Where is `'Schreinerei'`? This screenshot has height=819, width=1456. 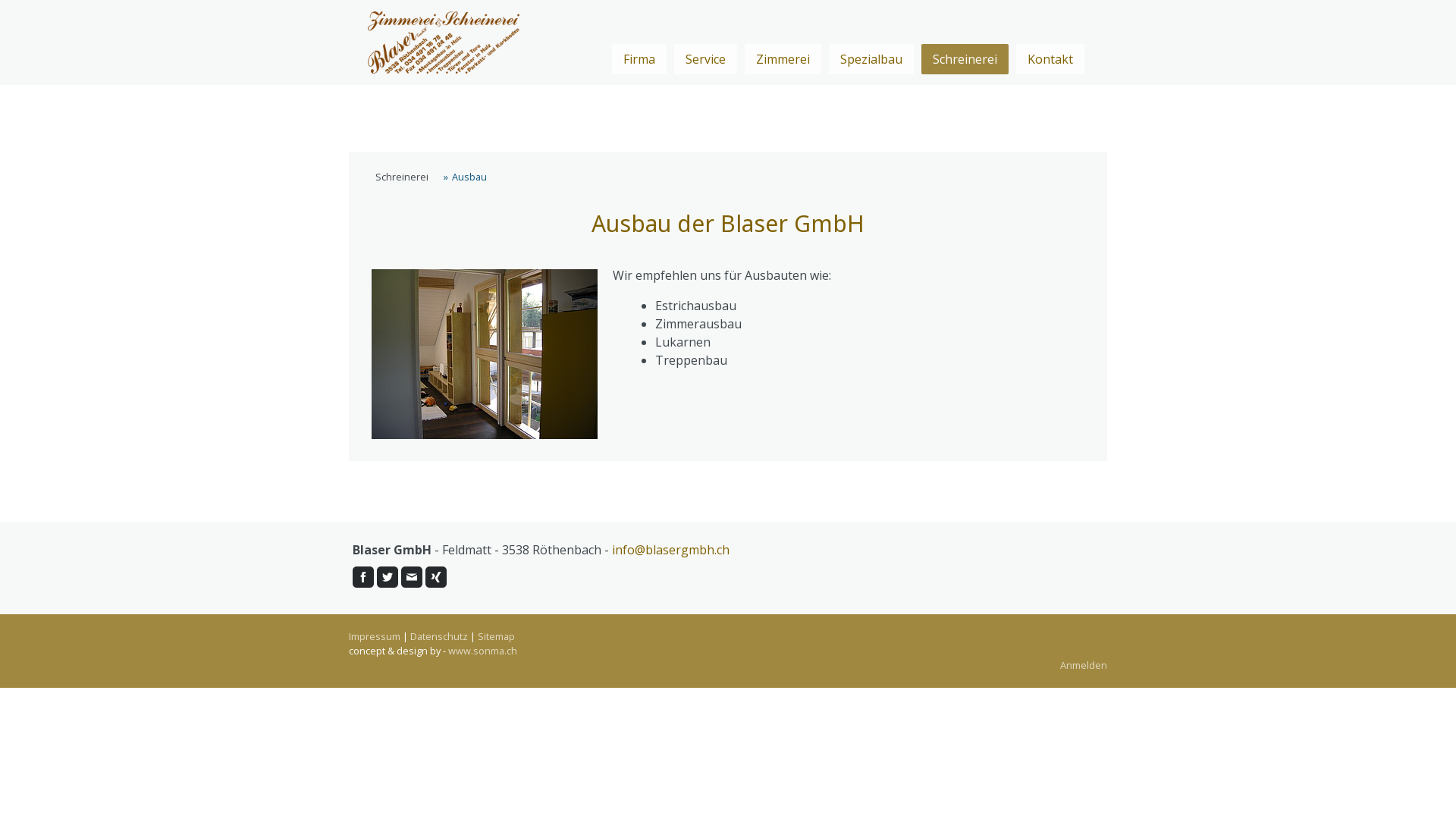
'Schreinerei' is located at coordinates (964, 58).